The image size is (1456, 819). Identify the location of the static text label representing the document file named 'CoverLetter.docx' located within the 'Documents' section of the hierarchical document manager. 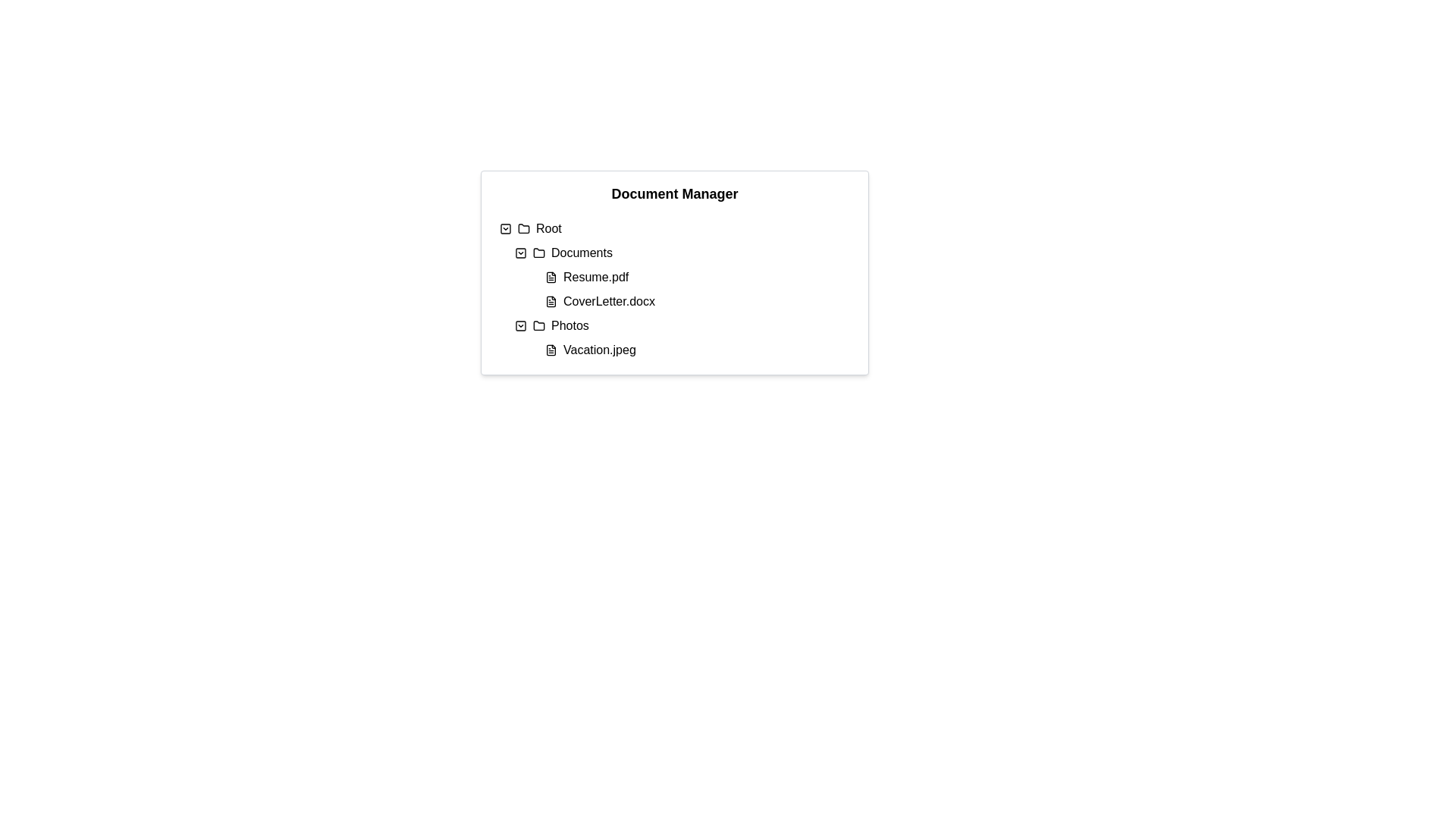
(609, 301).